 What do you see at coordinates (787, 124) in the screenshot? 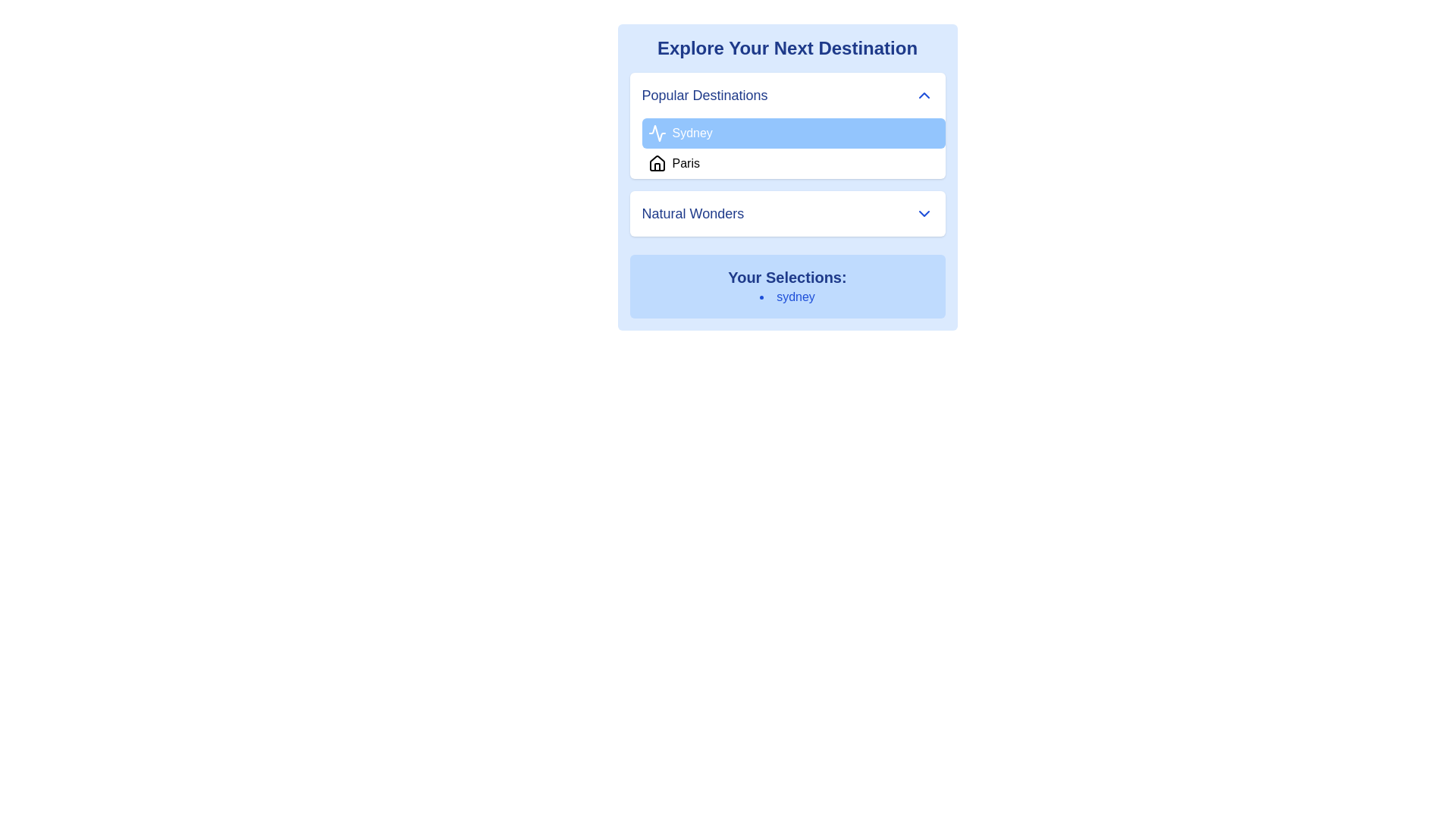
I see `the Dropdown Menu located in the 'Explore Your Next Destination' section` at bounding box center [787, 124].